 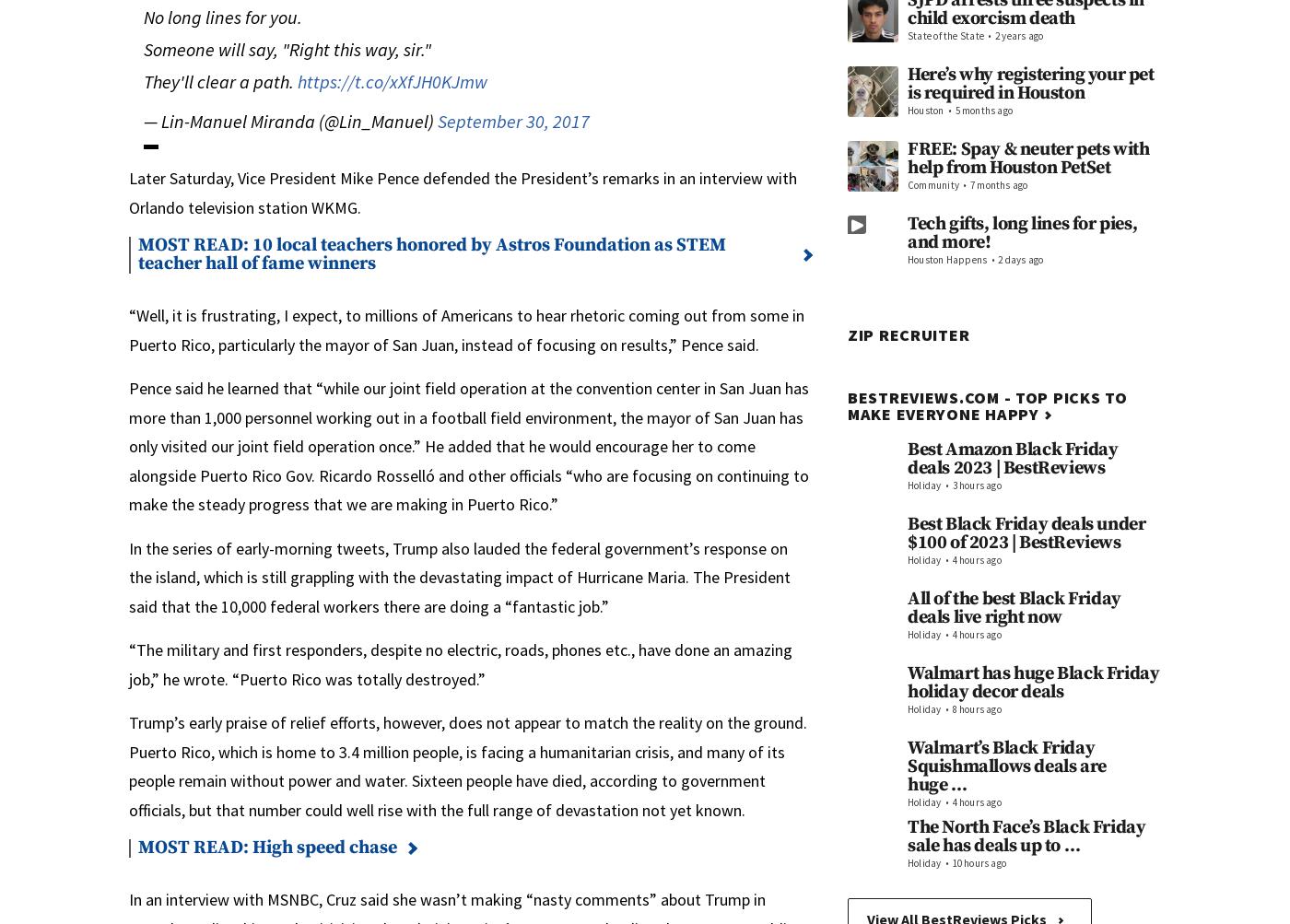 I want to click on '“The military and first responders, despite no electric, roads, phones etc., have done an amazing job,” he wrote. “Puerto Rico was totally destroyed.”', so click(x=460, y=662).